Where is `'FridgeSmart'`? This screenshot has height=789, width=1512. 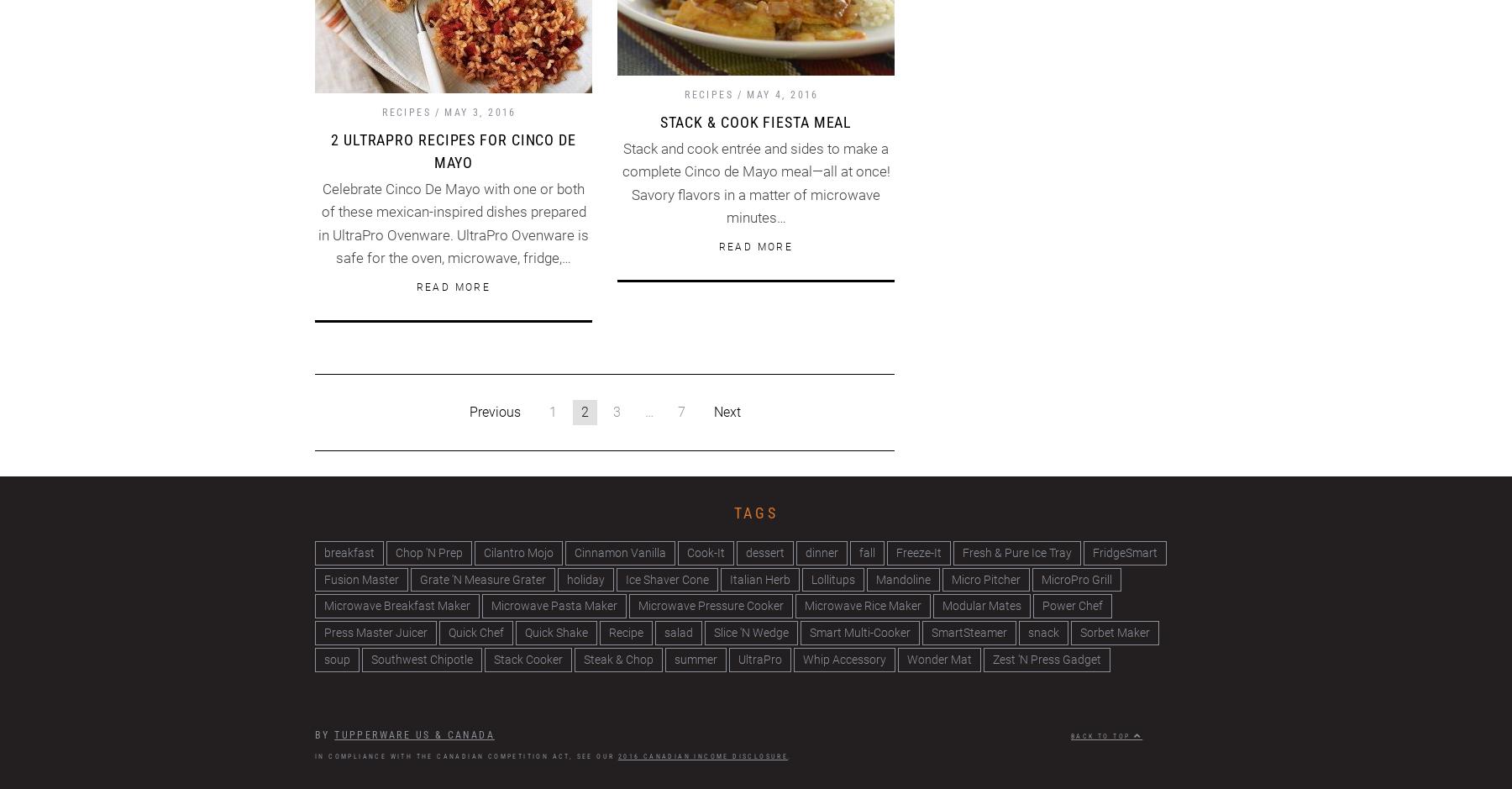 'FridgeSmart' is located at coordinates (1125, 552).